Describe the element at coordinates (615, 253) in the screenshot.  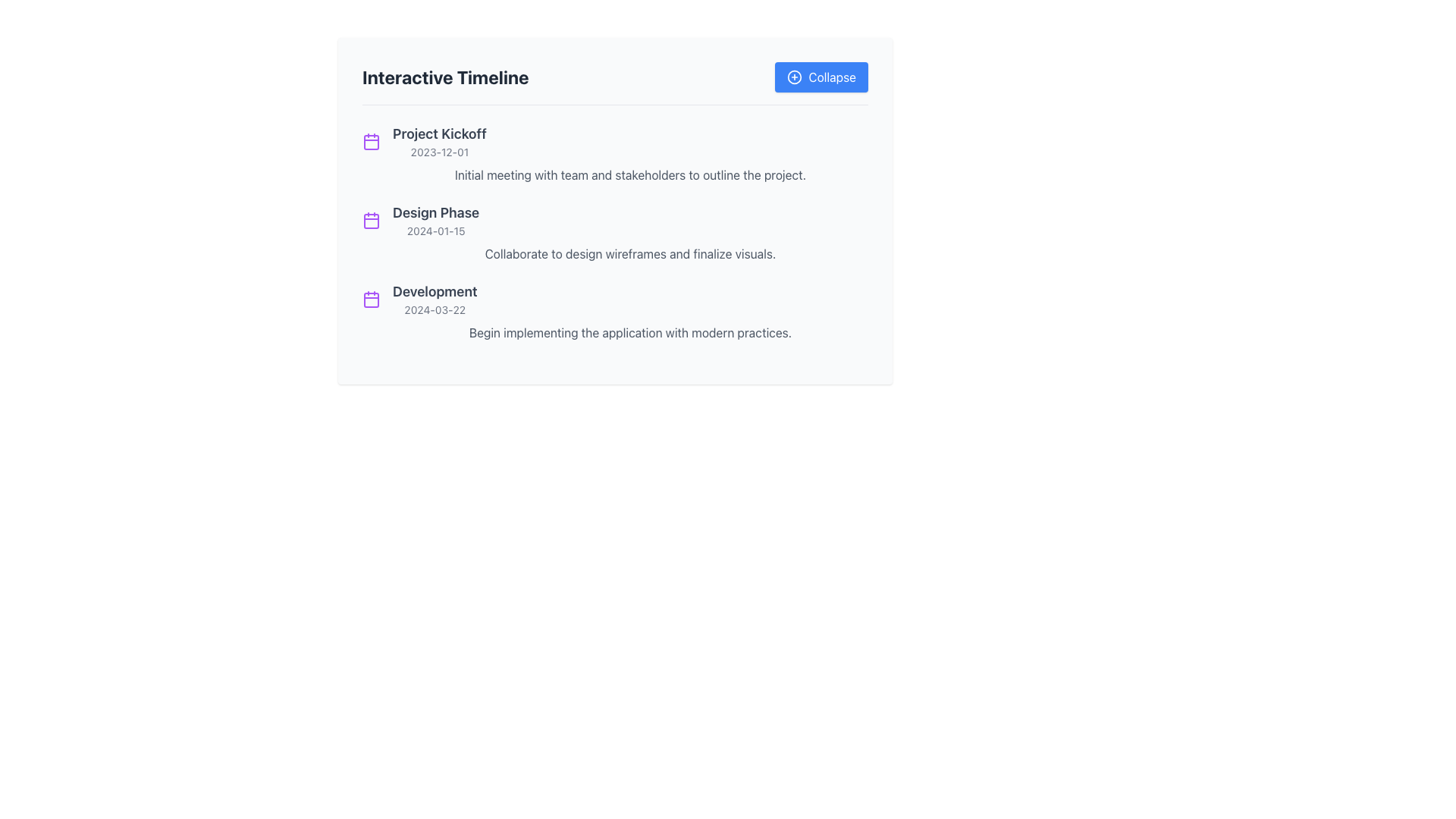
I see `descriptive text located directly beneath the 'Design Phase' header in the timeline, which provides details about the 'Design Phase'` at that location.